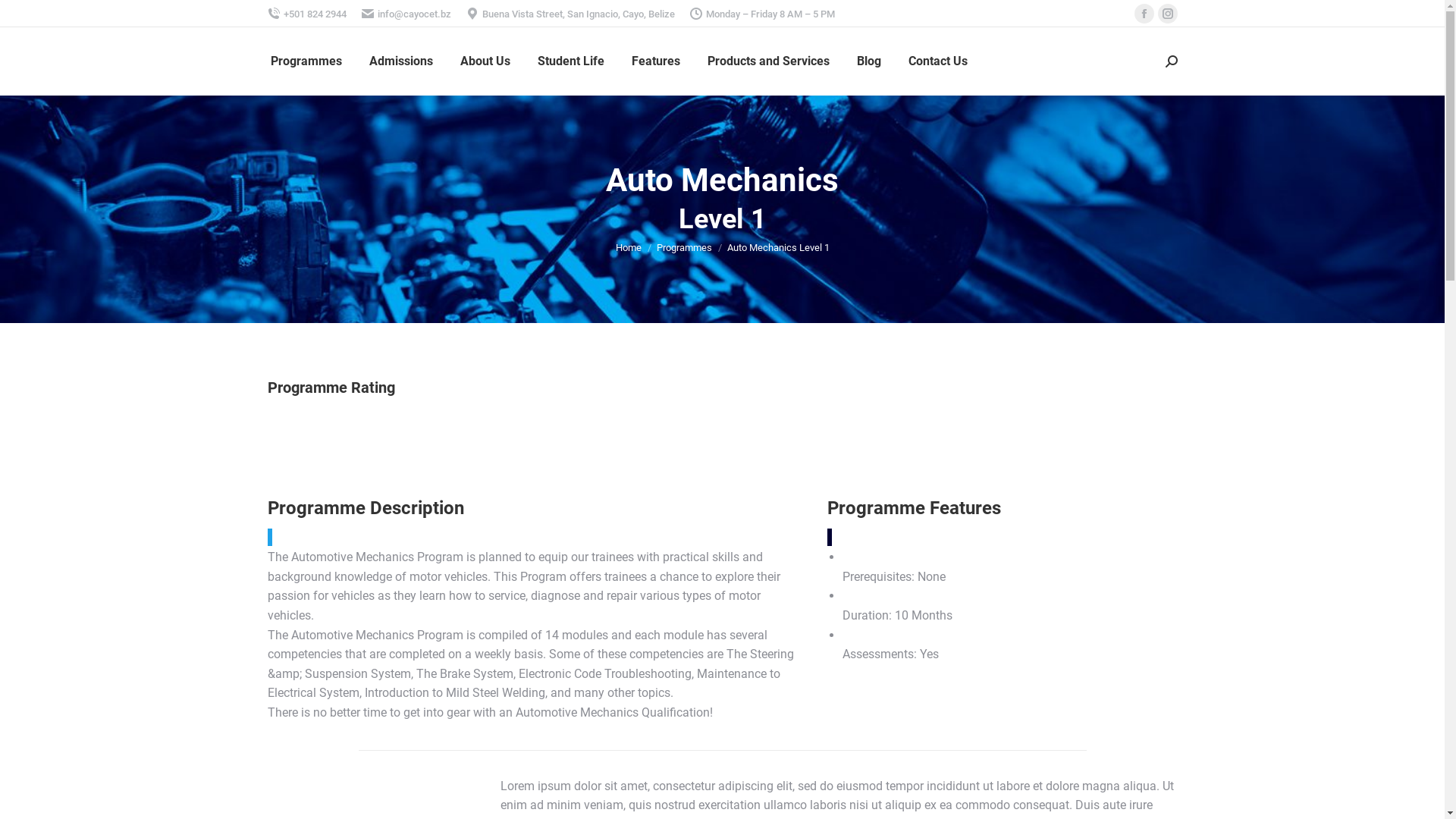 The height and width of the screenshot is (819, 1456). I want to click on 'Products and Services', so click(767, 61).